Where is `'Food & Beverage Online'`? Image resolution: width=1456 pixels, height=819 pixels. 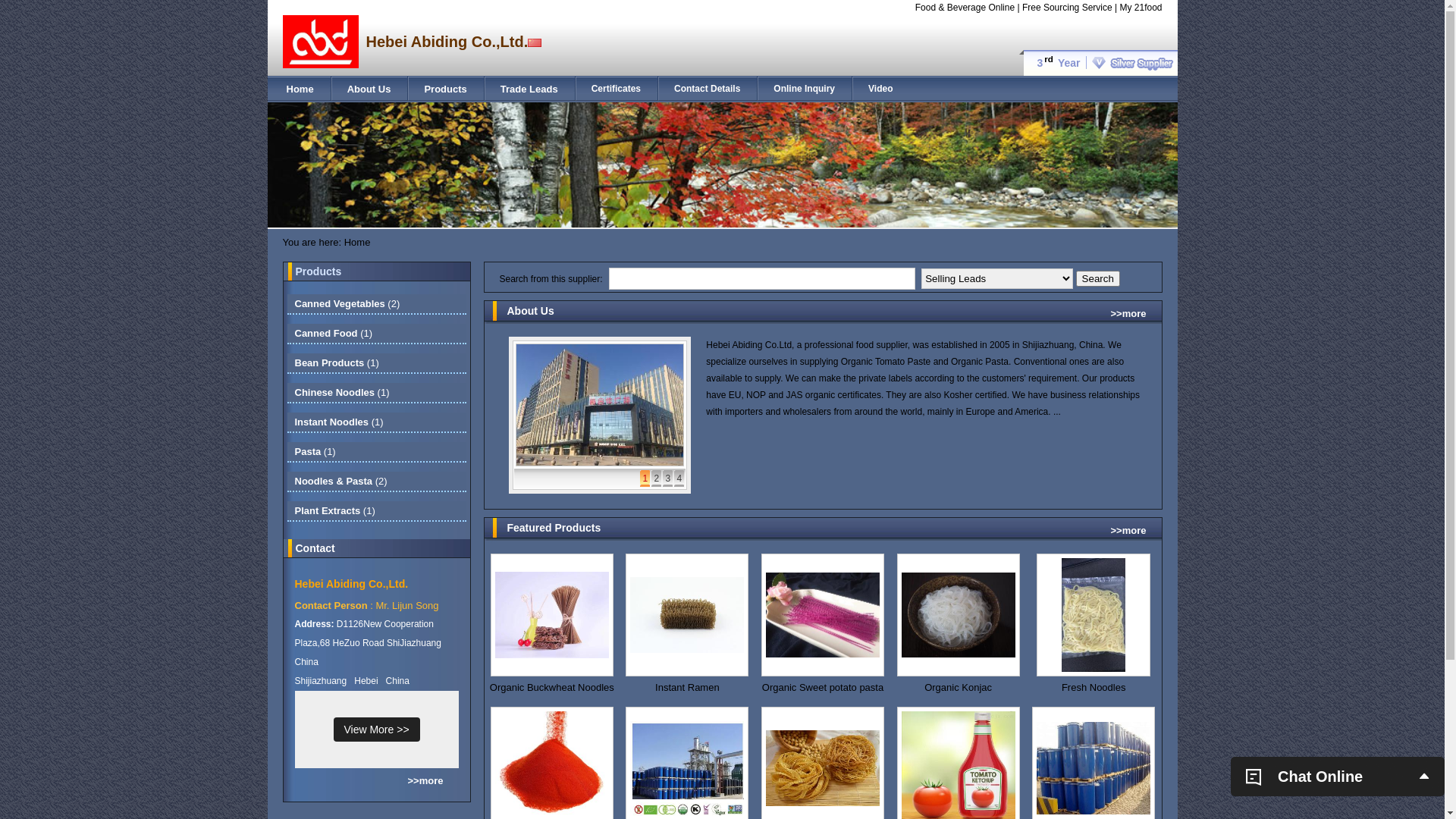 'Food & Beverage Online' is located at coordinates (964, 8).